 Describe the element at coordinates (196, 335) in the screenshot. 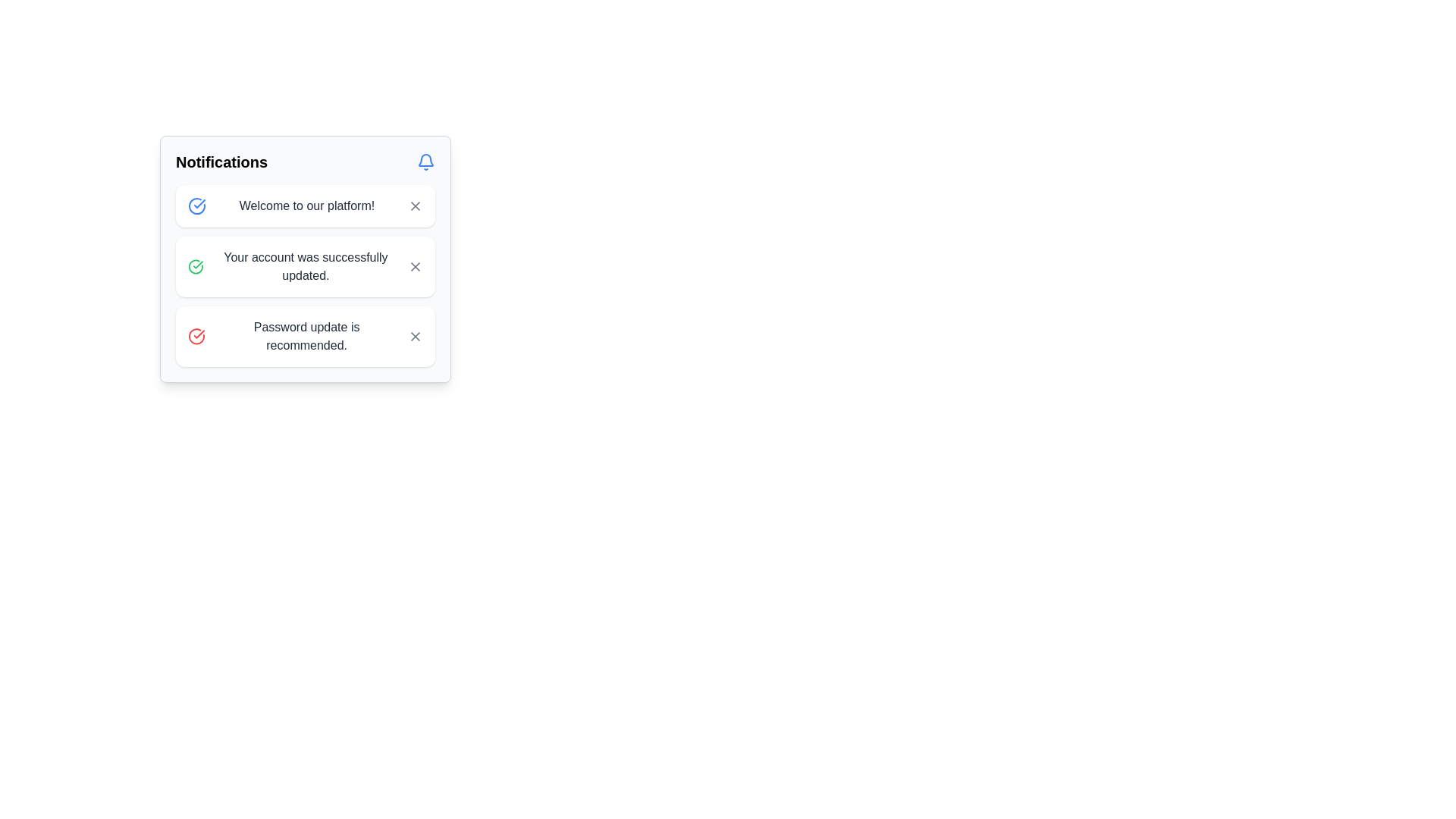

I see `the status icon located to the left of the text 'Password update is recommended' in the third notification of the vertical list within the notification panel` at that location.